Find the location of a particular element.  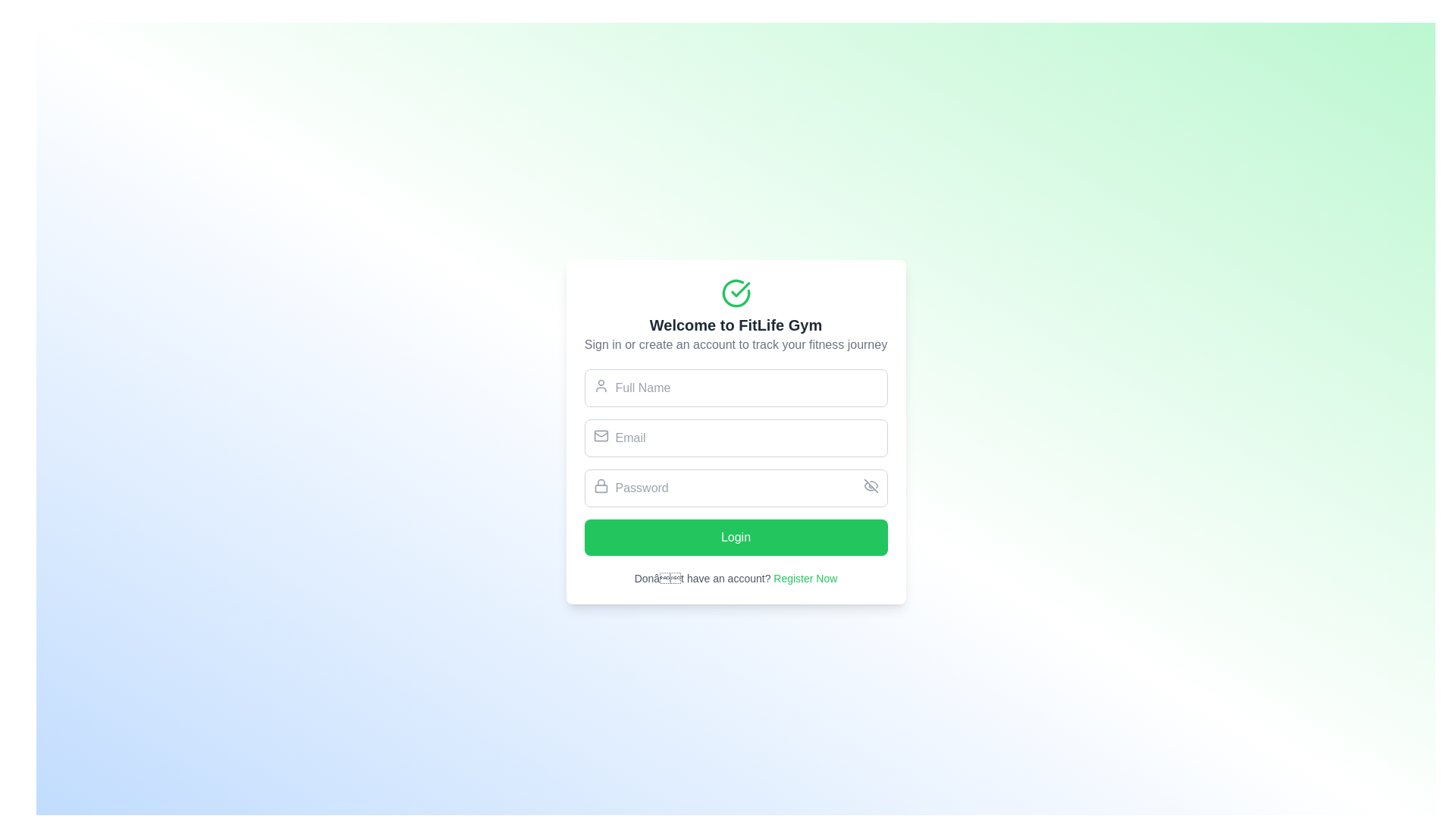

the decorative icon located on the left side of the 'Full Name' input field, which indicates that the field is for entering a user's full name is located at coordinates (600, 385).